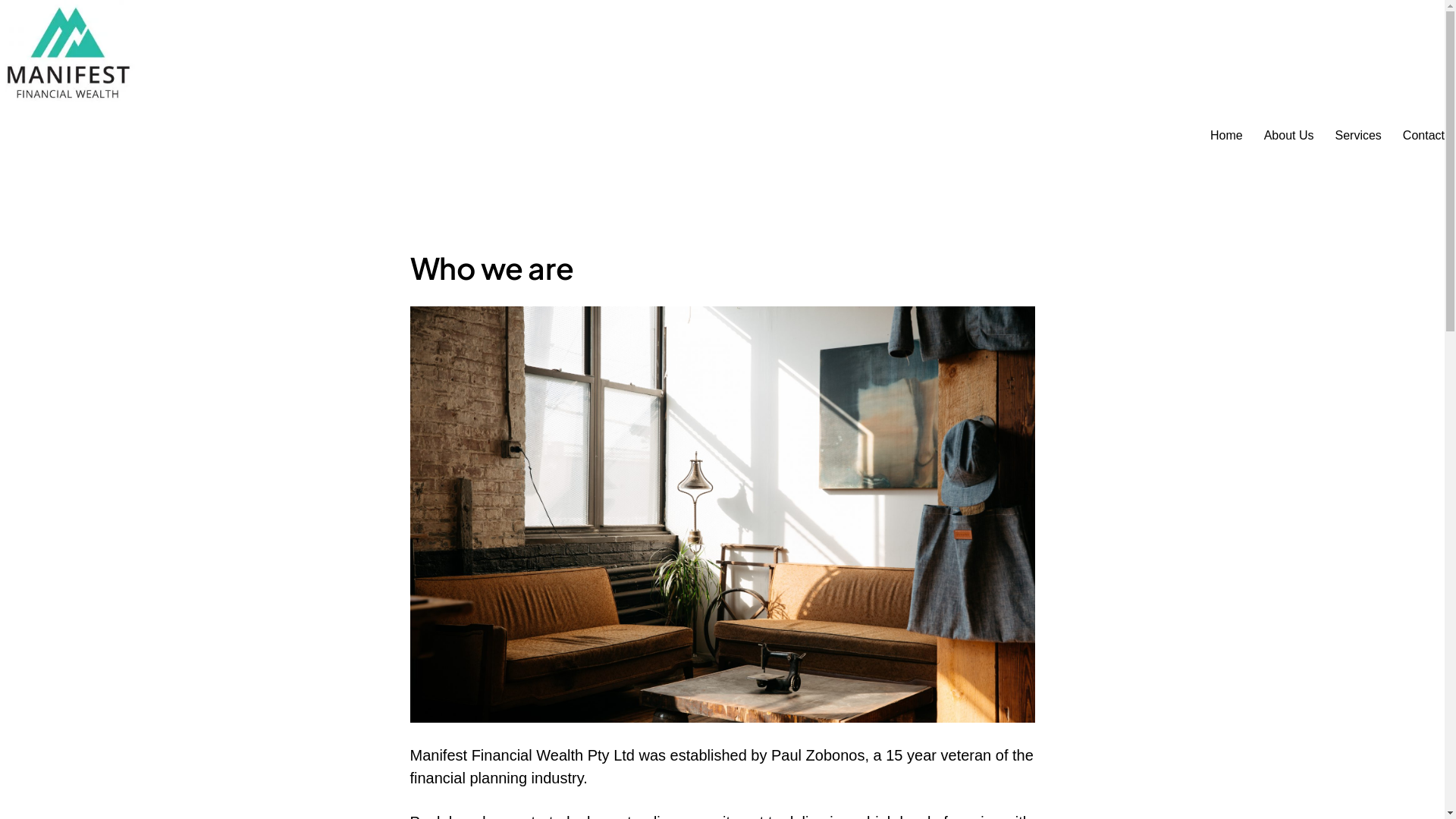 The image size is (1456, 819). I want to click on 'Services', so click(1357, 134).